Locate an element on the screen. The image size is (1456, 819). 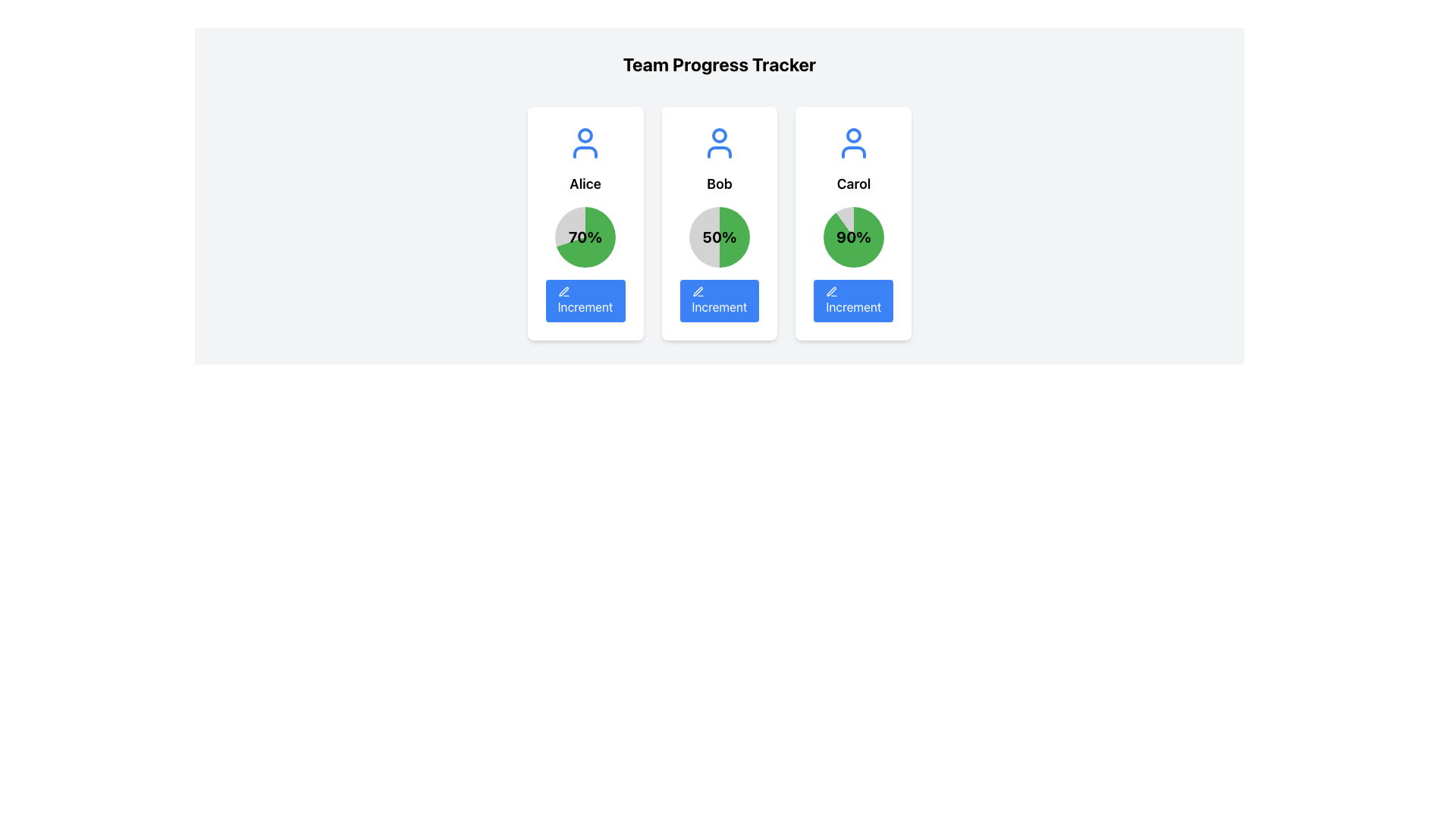
the pen icon within the increment button of the card labeled 'Carol' is located at coordinates (831, 291).